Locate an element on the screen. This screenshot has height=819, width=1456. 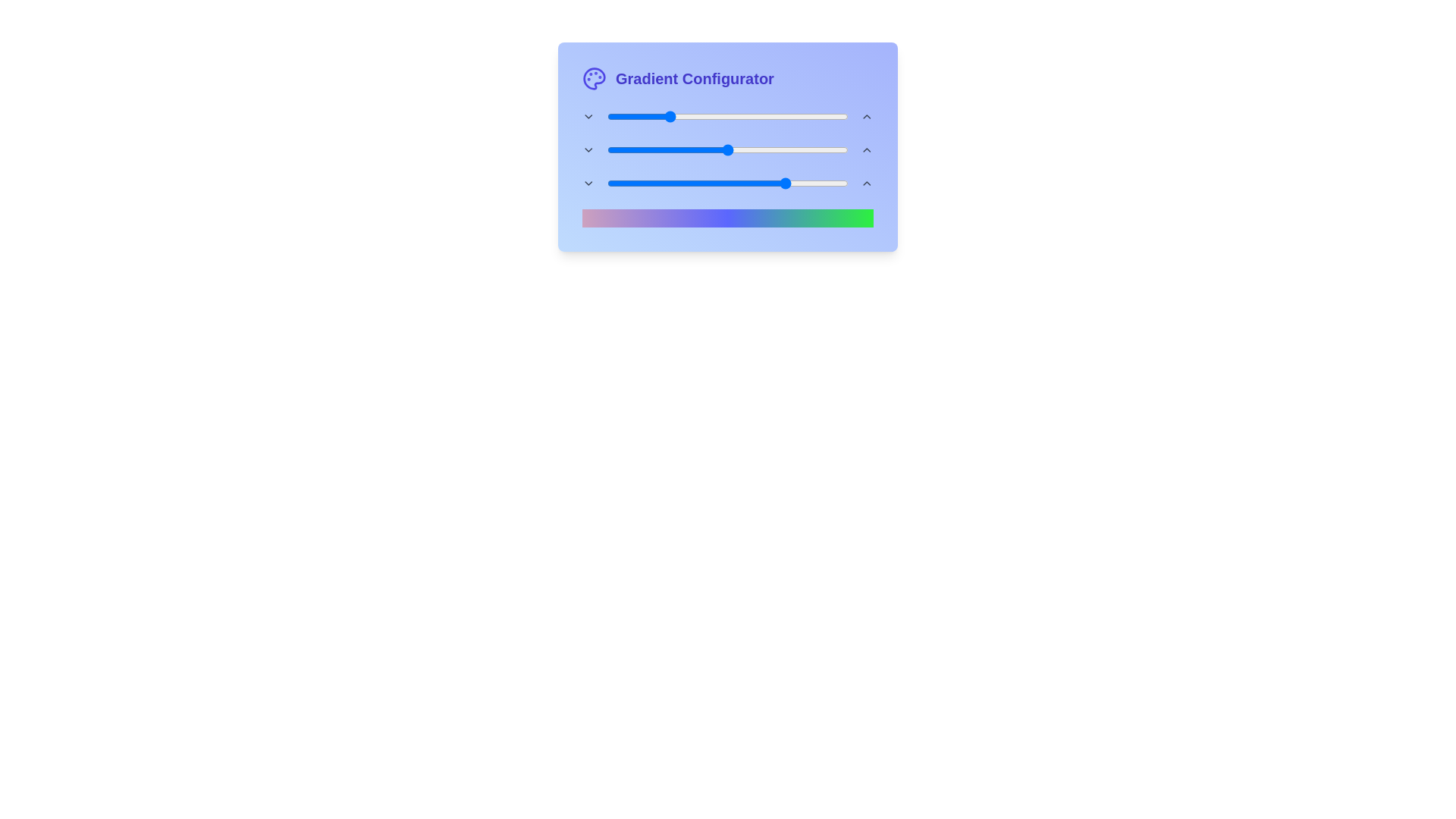
the mid gradient slider to 34 percent is located at coordinates (688, 149).